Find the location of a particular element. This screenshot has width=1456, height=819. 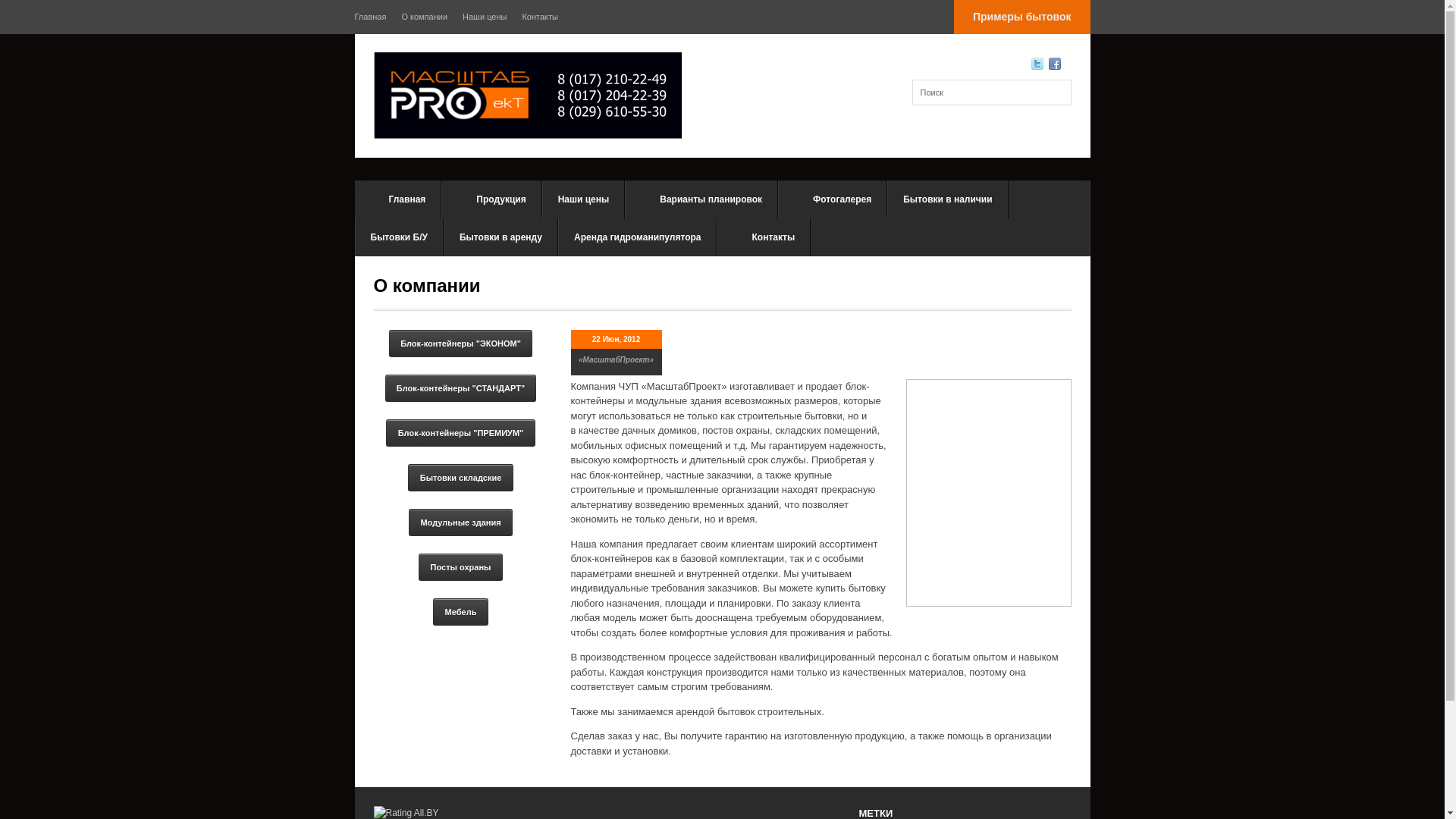

'twitter' is located at coordinates (1037, 63).